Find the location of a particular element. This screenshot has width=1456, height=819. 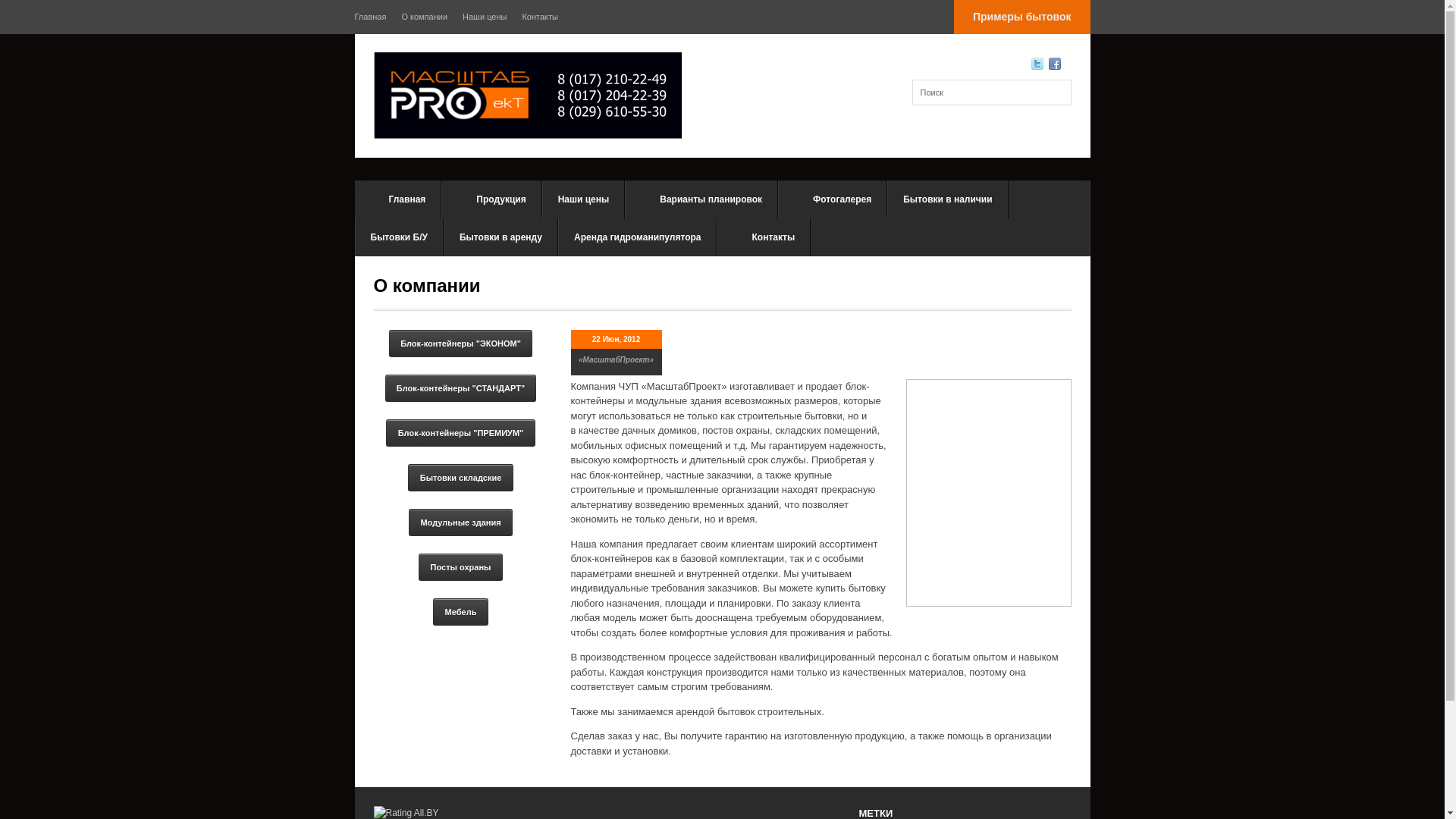

'twitter' is located at coordinates (1037, 63).